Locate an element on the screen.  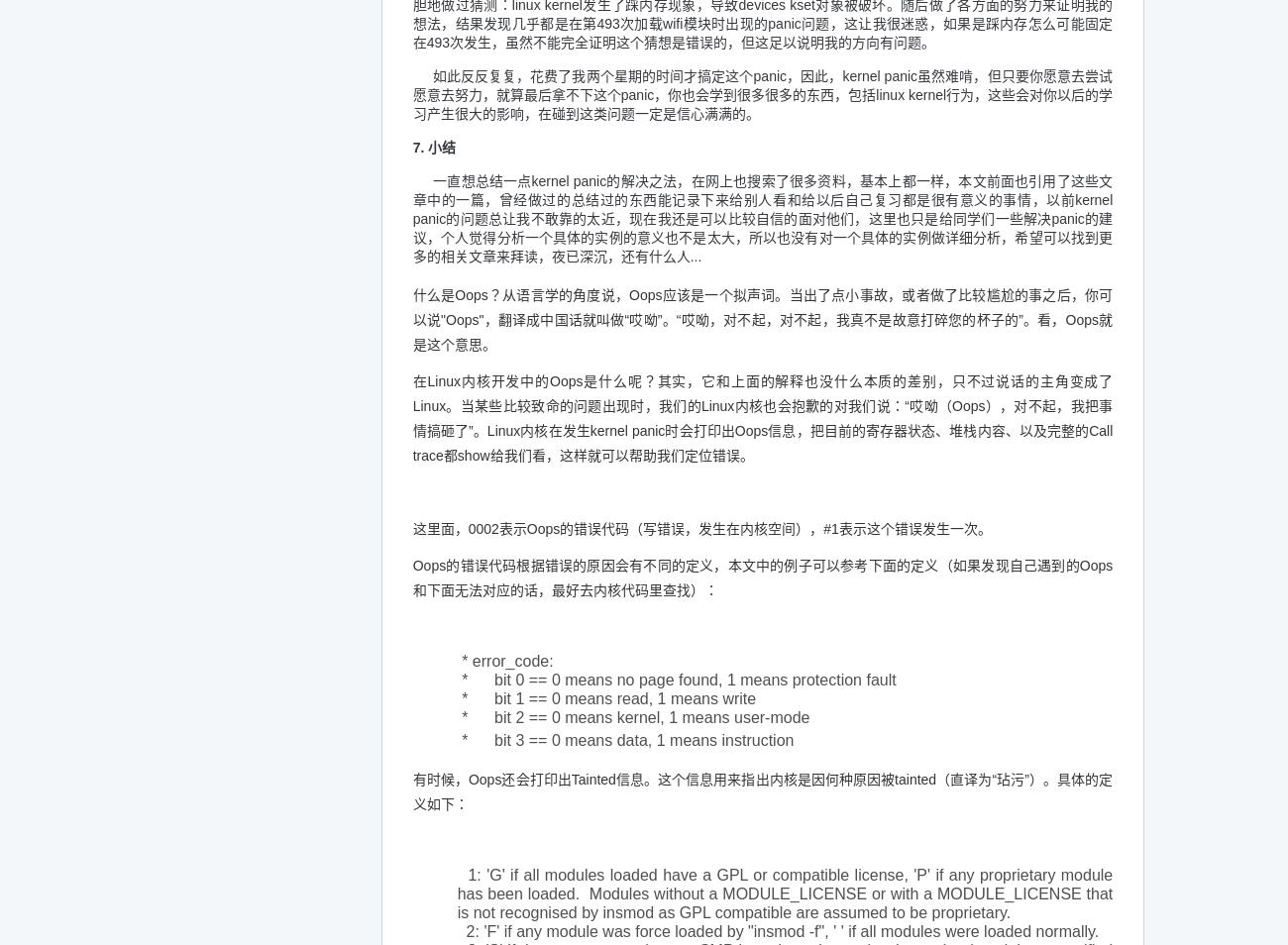
'一直想总结一点kernel panic的解决之法，在网上也搜索了很多资料，基本上都一样，本文前面也引用了这些文章中的一篇，曾经做过的总结过的东西能记录下来给别人看和给以后自己复习都是很有意义的事情，以前kernel panic的问题总让我不敢靠的太近，现在我还是可以比较自信的面对他们，这里也只是给同学们一些解决panic的建议，' is located at coordinates (761, 208).